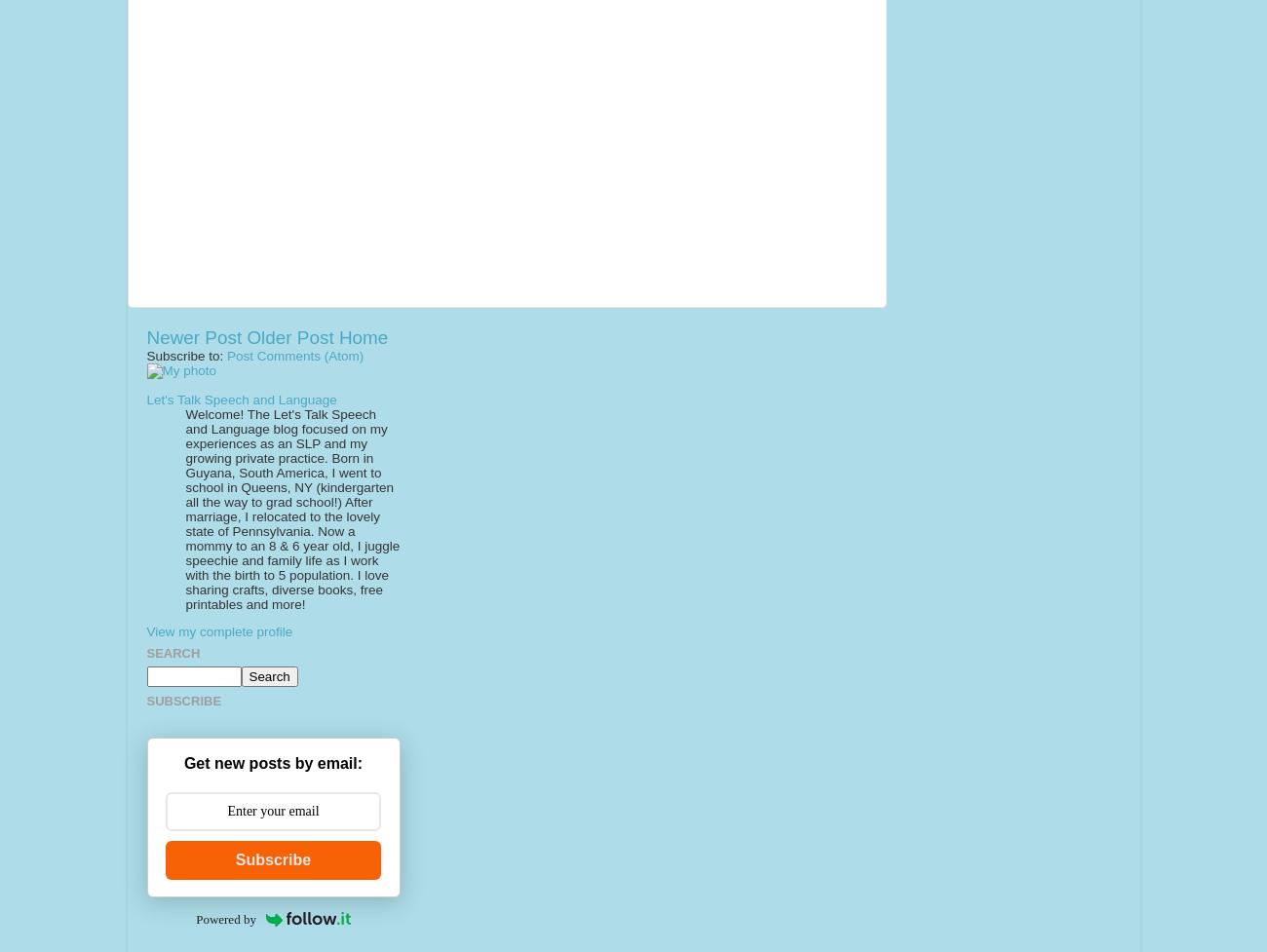  Describe the element at coordinates (292, 508) in the screenshot. I see `'Welcome! The Let's Talk Speech and Language blog focused on my experiences as an SLP and my growing private practice. Born in Guyana, South America, I went to school in Queens, NY (kindergarten all the way to grad school!) After marriage, I relocated to the lovely state of Pennsylvania. Now a mommy to an 8 & 6 year old, I juggle speechie and family life as I work with the birth to 5 population. I love sharing crafts, diverse books, free printables and more!'` at that location.